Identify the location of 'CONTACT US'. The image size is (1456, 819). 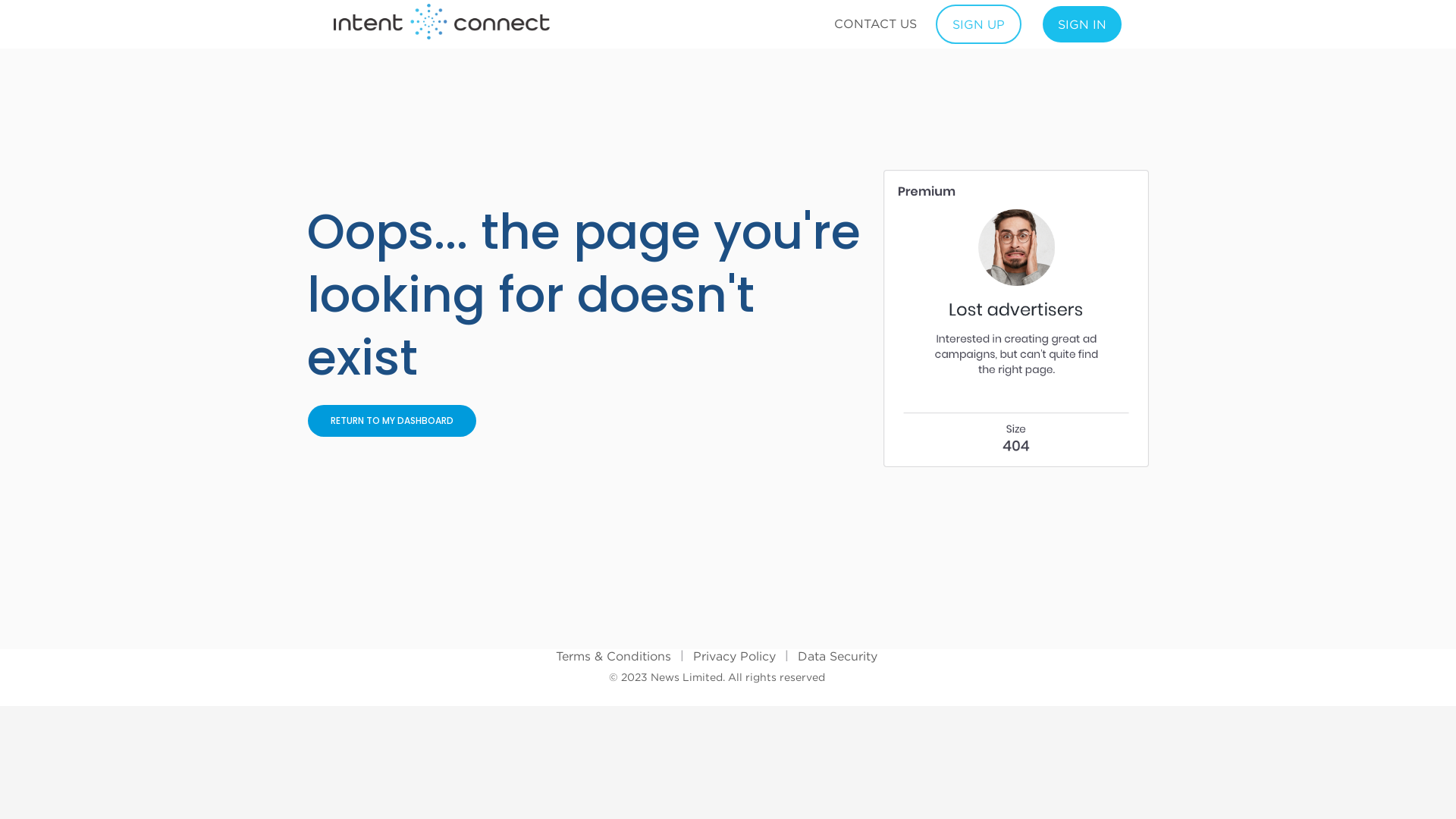
(875, 23).